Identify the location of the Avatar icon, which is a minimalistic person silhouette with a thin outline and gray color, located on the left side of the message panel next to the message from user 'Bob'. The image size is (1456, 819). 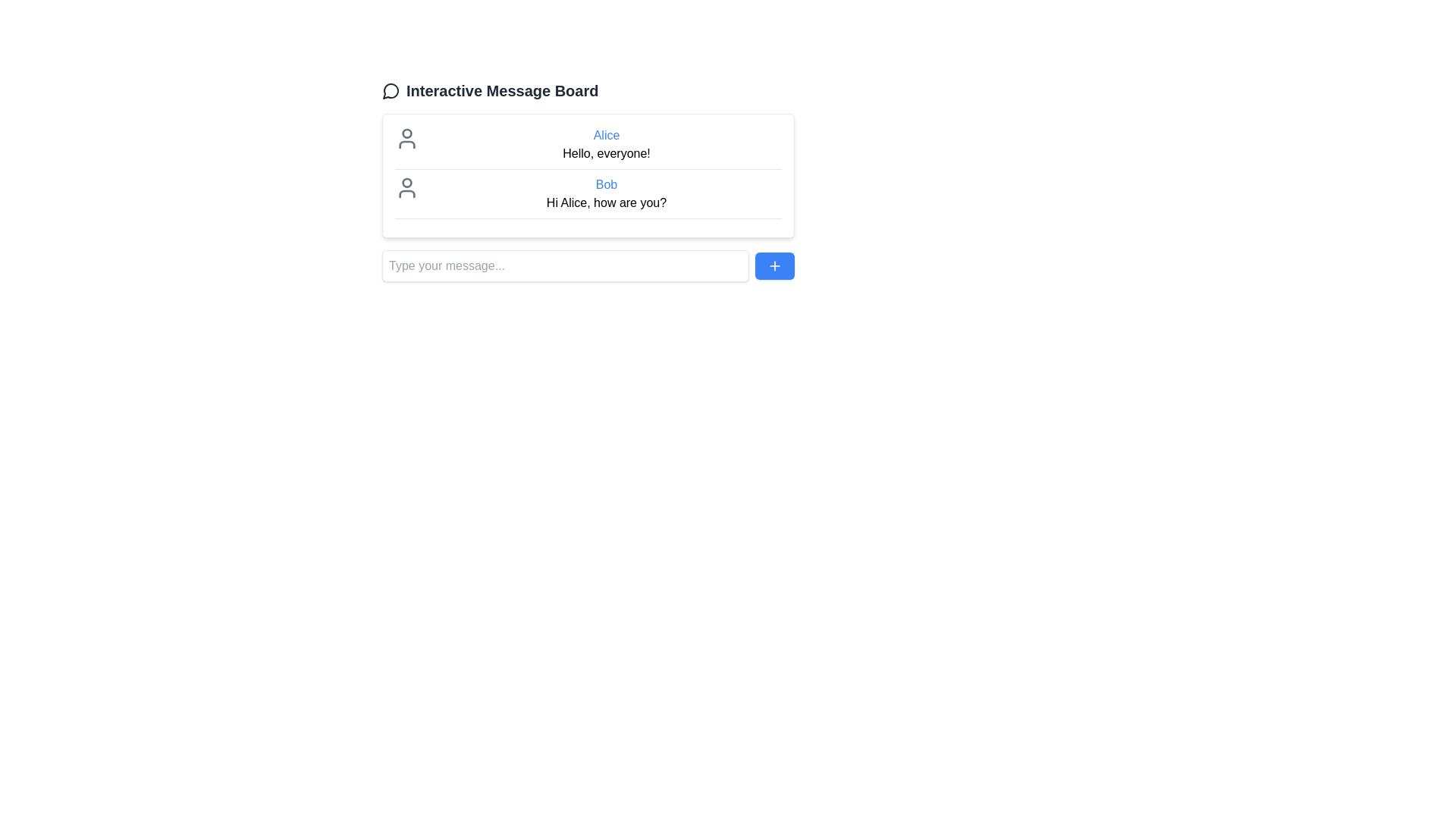
(407, 187).